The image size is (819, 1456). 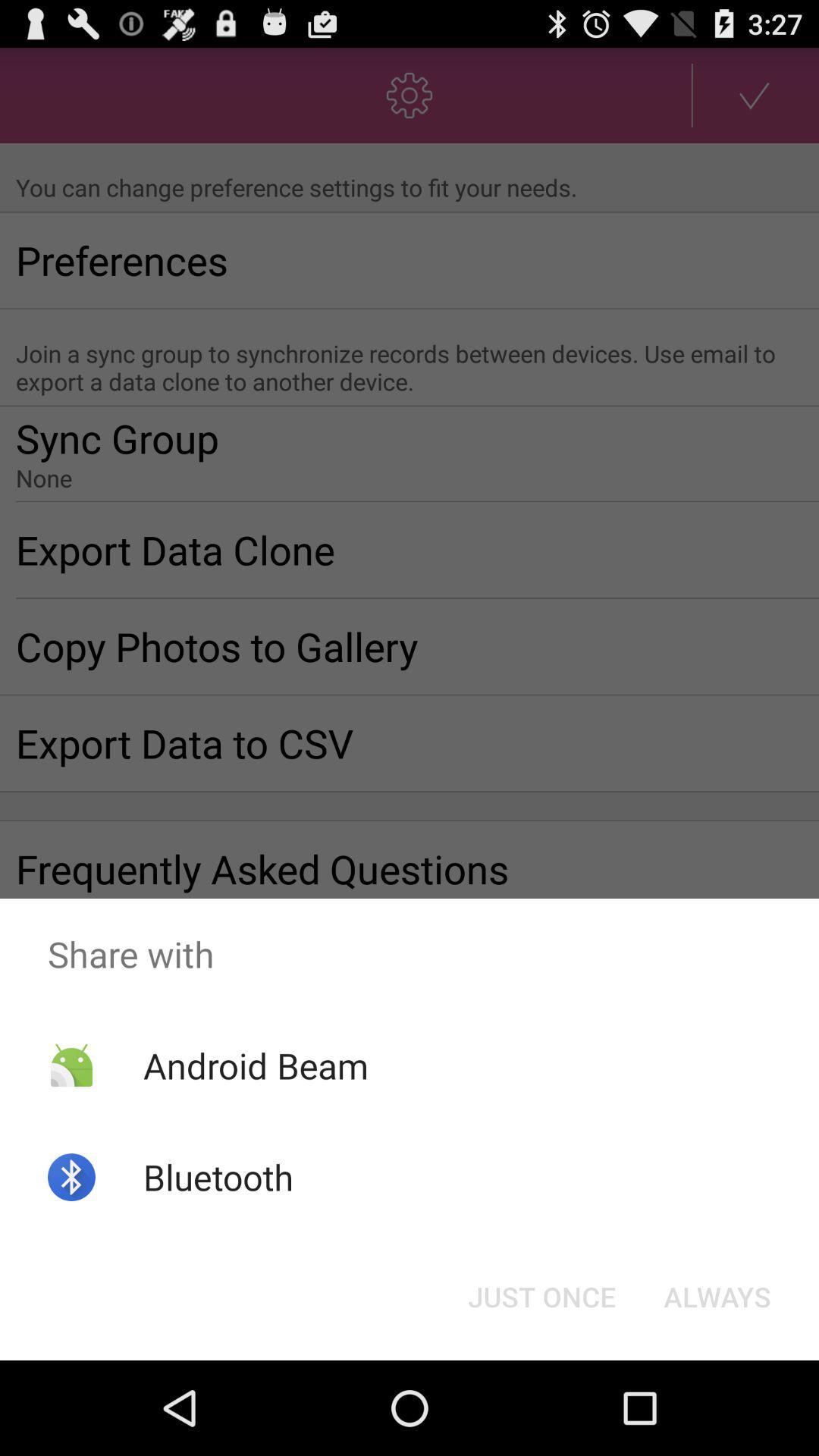 What do you see at coordinates (717, 1295) in the screenshot?
I see `button to the right of just once item` at bounding box center [717, 1295].